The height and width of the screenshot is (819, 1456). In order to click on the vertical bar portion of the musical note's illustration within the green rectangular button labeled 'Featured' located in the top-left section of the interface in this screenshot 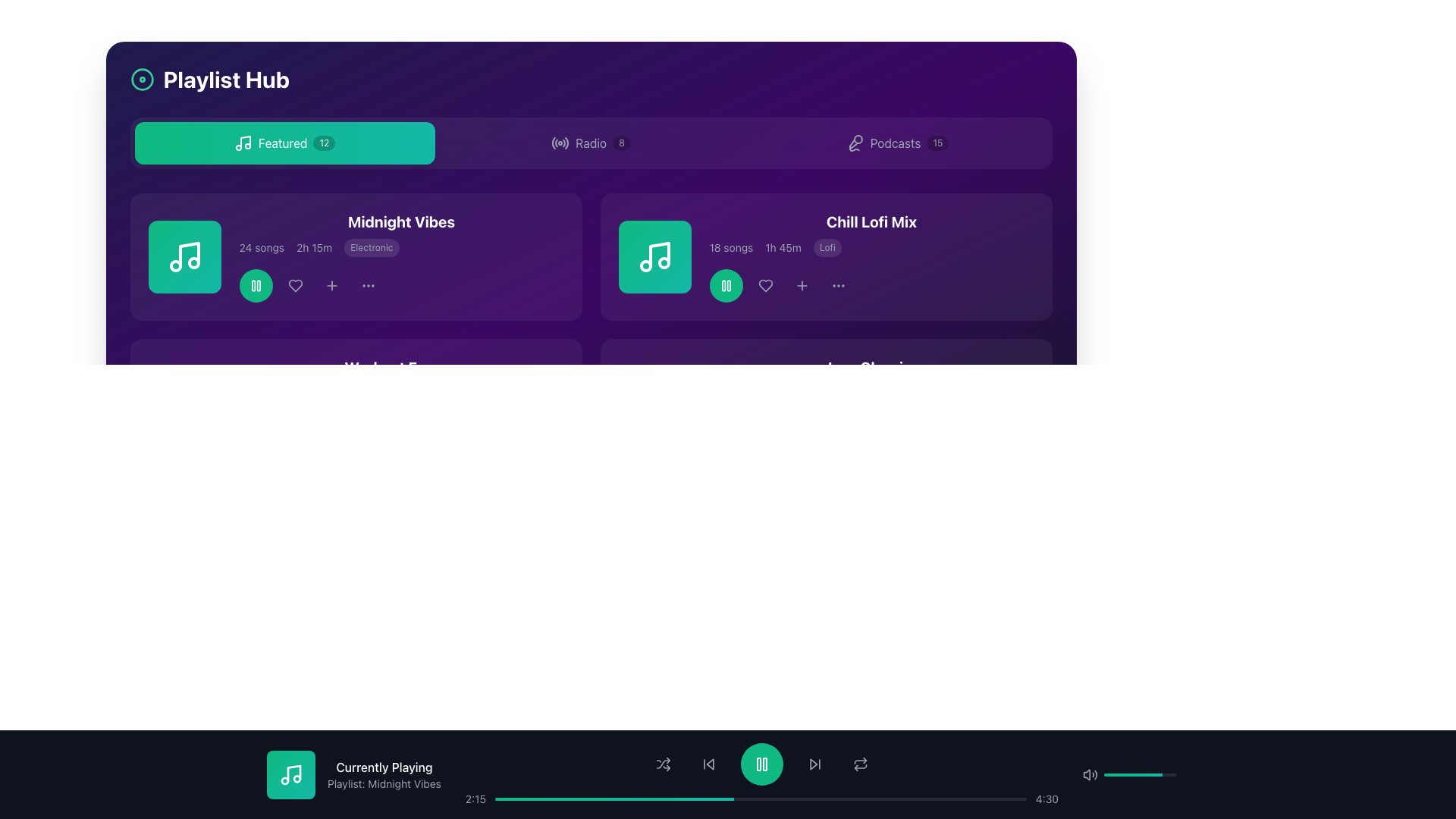, I will do `click(245, 142)`.